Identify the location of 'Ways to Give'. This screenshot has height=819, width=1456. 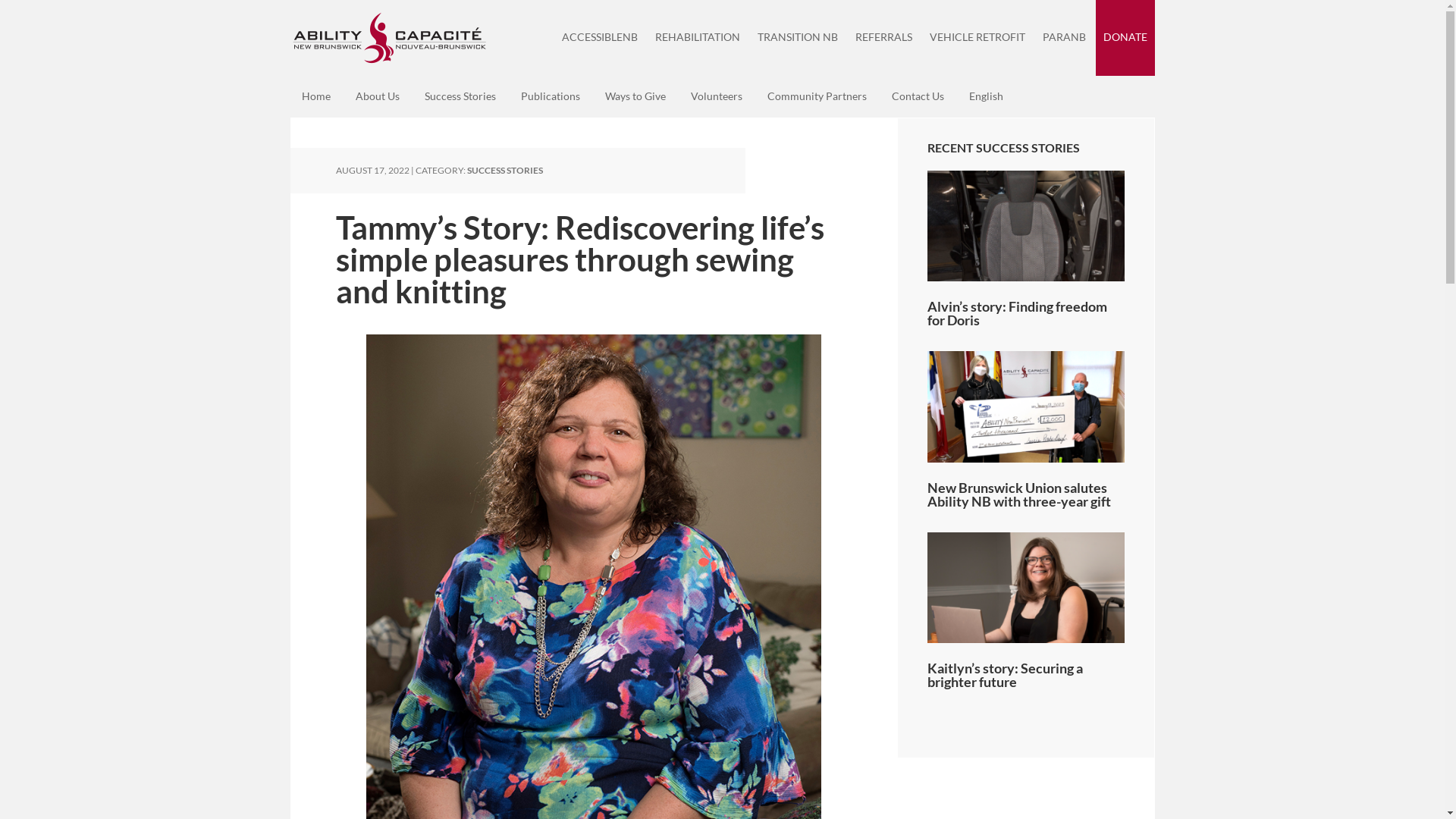
(634, 96).